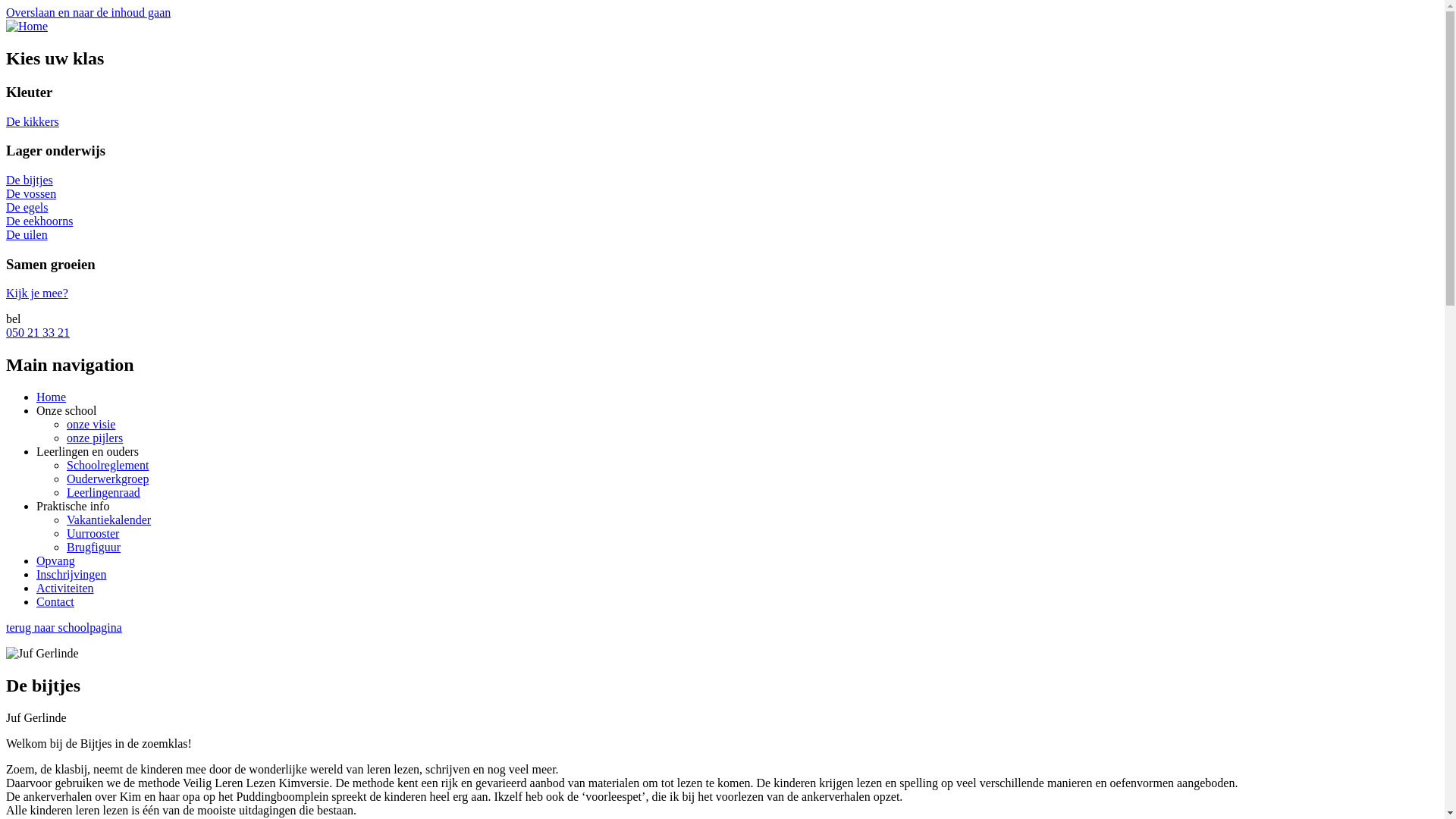  I want to click on 'Home', so click(51, 396).